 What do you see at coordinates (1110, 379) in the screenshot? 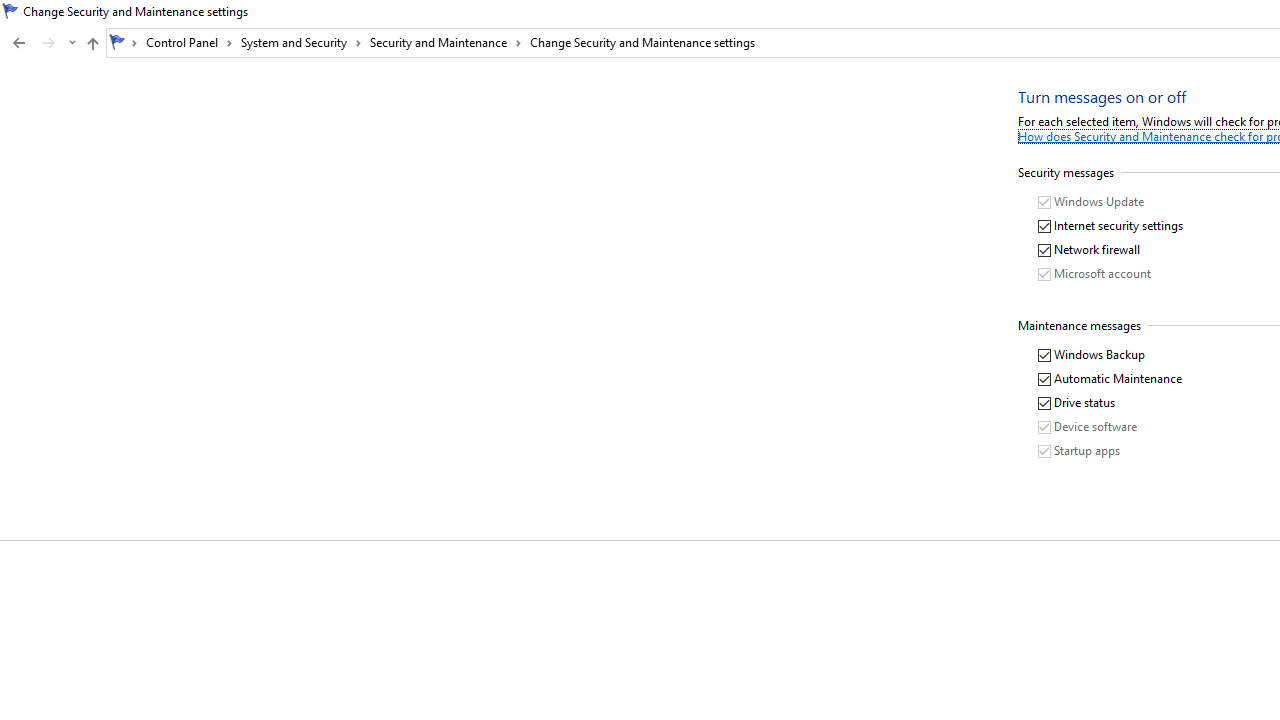
I see `'Automatic Maintenance'` at bounding box center [1110, 379].